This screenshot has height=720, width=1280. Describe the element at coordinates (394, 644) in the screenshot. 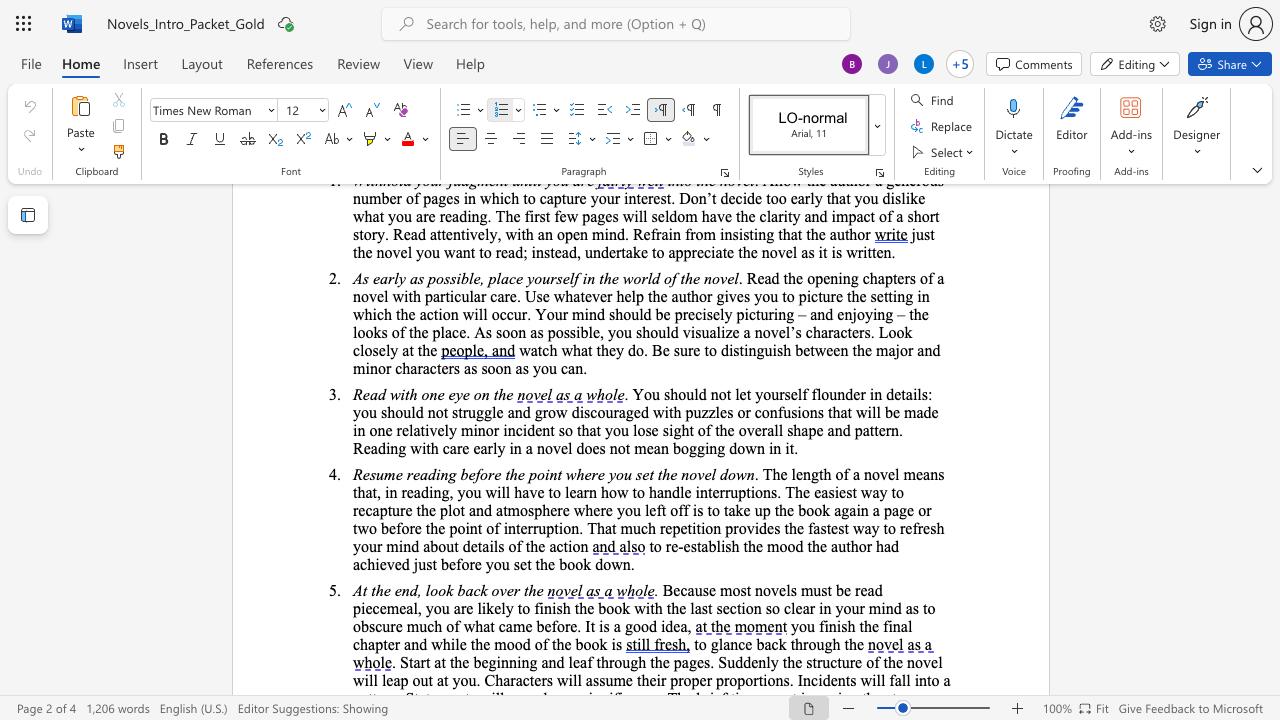

I see `the space between the continuous character "e" and "r" in the text` at that location.